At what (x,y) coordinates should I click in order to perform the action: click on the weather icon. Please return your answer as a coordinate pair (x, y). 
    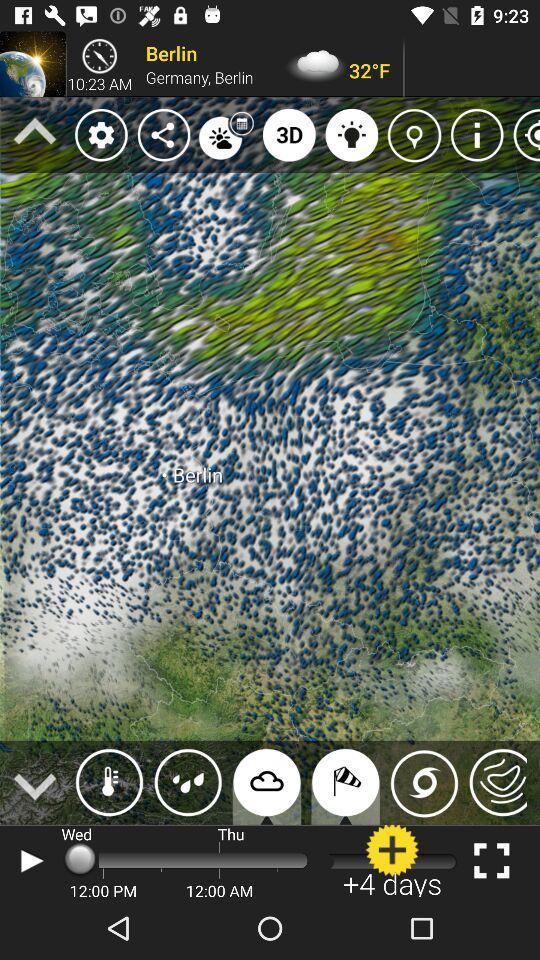
    Looking at the image, I should click on (109, 782).